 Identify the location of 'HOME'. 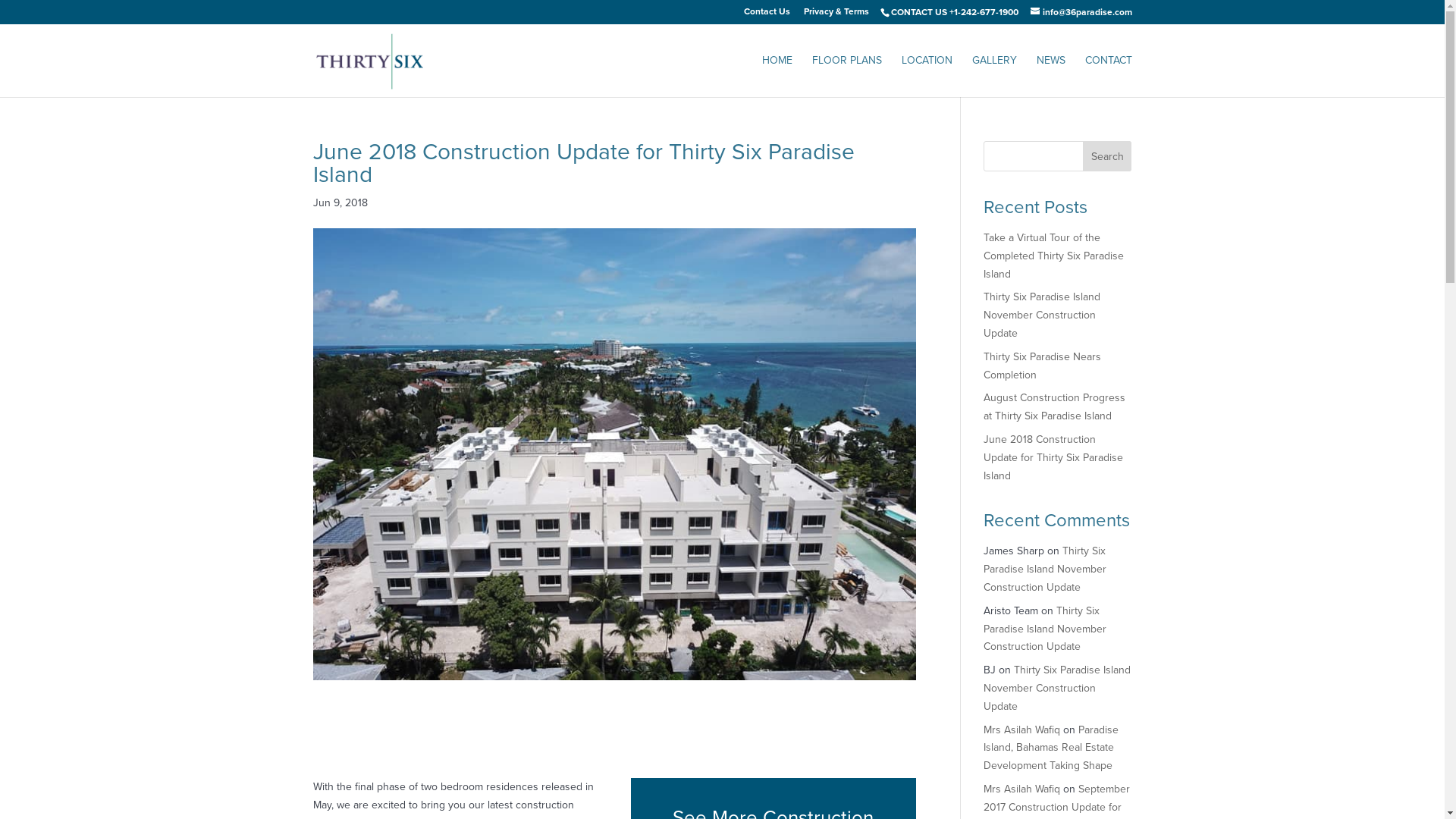
(776, 76).